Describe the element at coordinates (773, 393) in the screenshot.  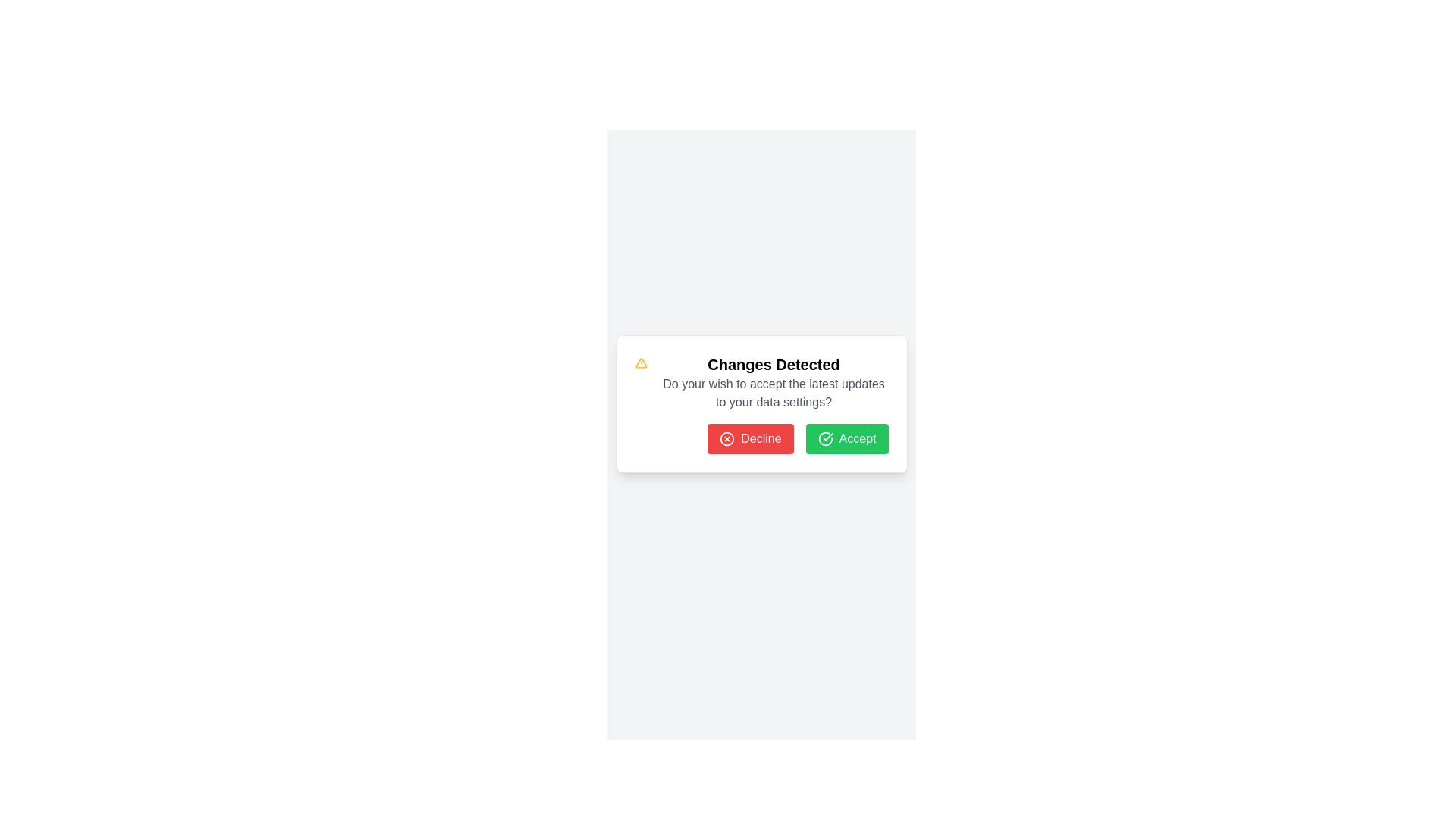
I see `the static text block that provides explanatory text related to the modal's content, positioned directly beneath the 'Changes Detected' text` at that location.